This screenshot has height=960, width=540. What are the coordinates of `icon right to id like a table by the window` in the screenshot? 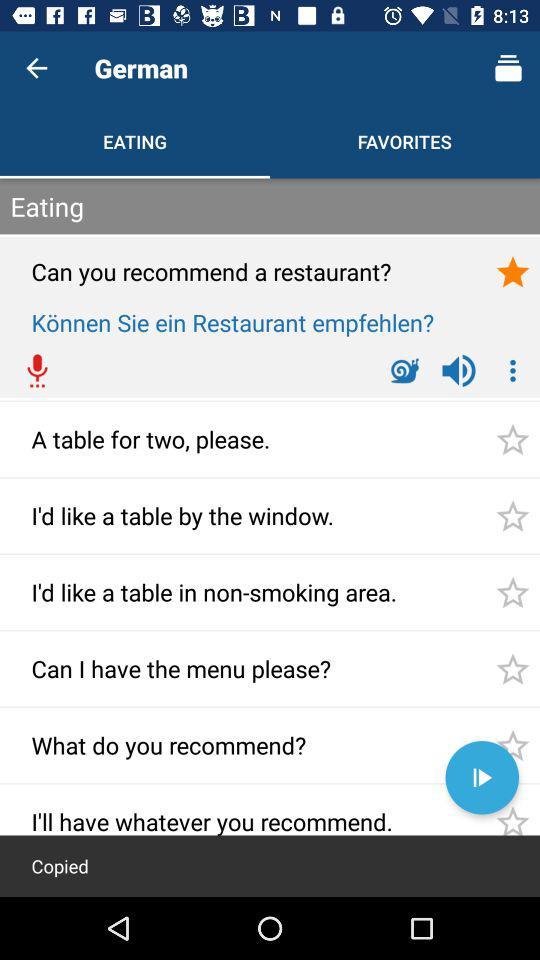 It's located at (513, 515).